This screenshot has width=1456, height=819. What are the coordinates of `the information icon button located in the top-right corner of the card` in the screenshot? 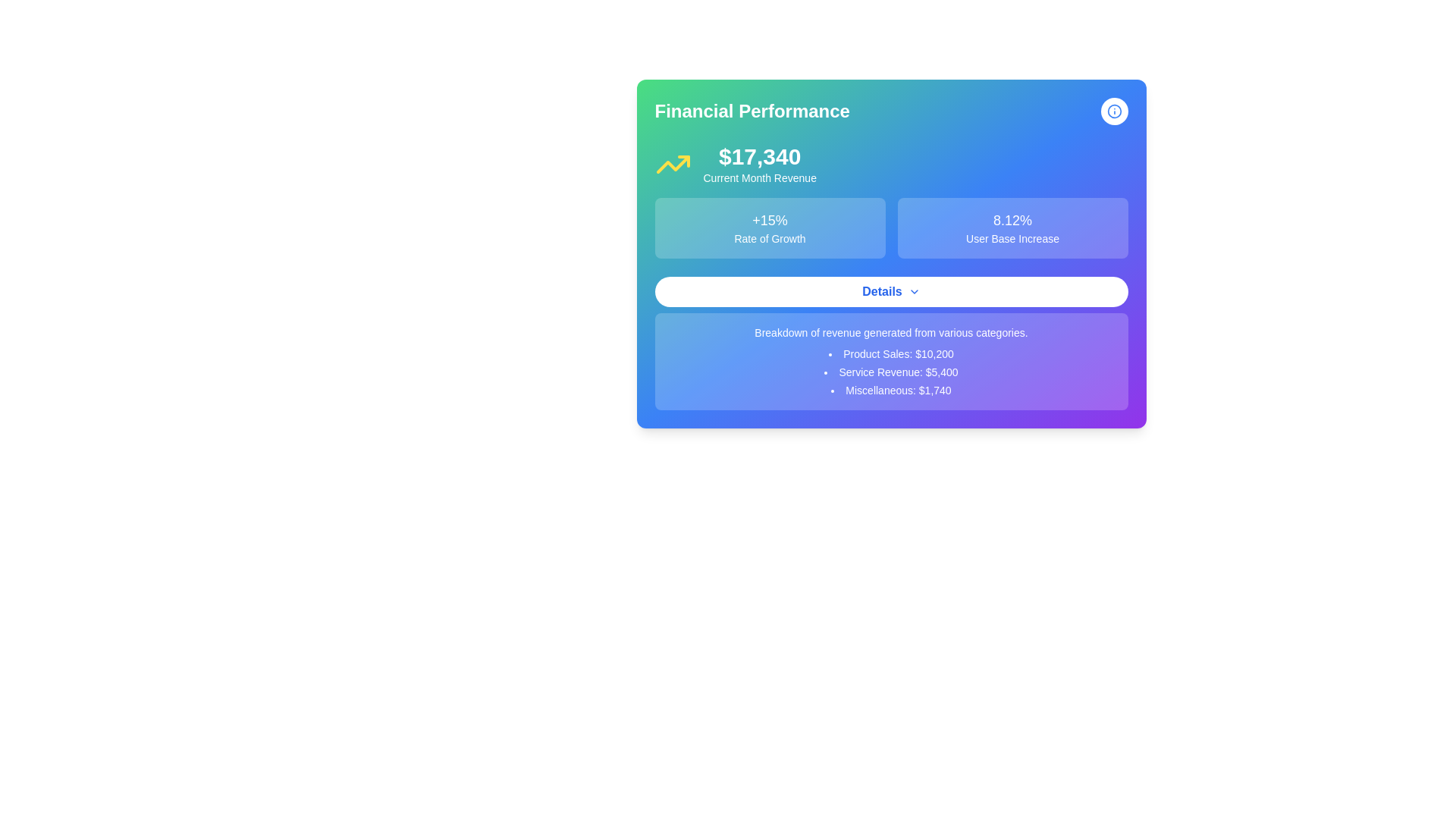 It's located at (1114, 110).